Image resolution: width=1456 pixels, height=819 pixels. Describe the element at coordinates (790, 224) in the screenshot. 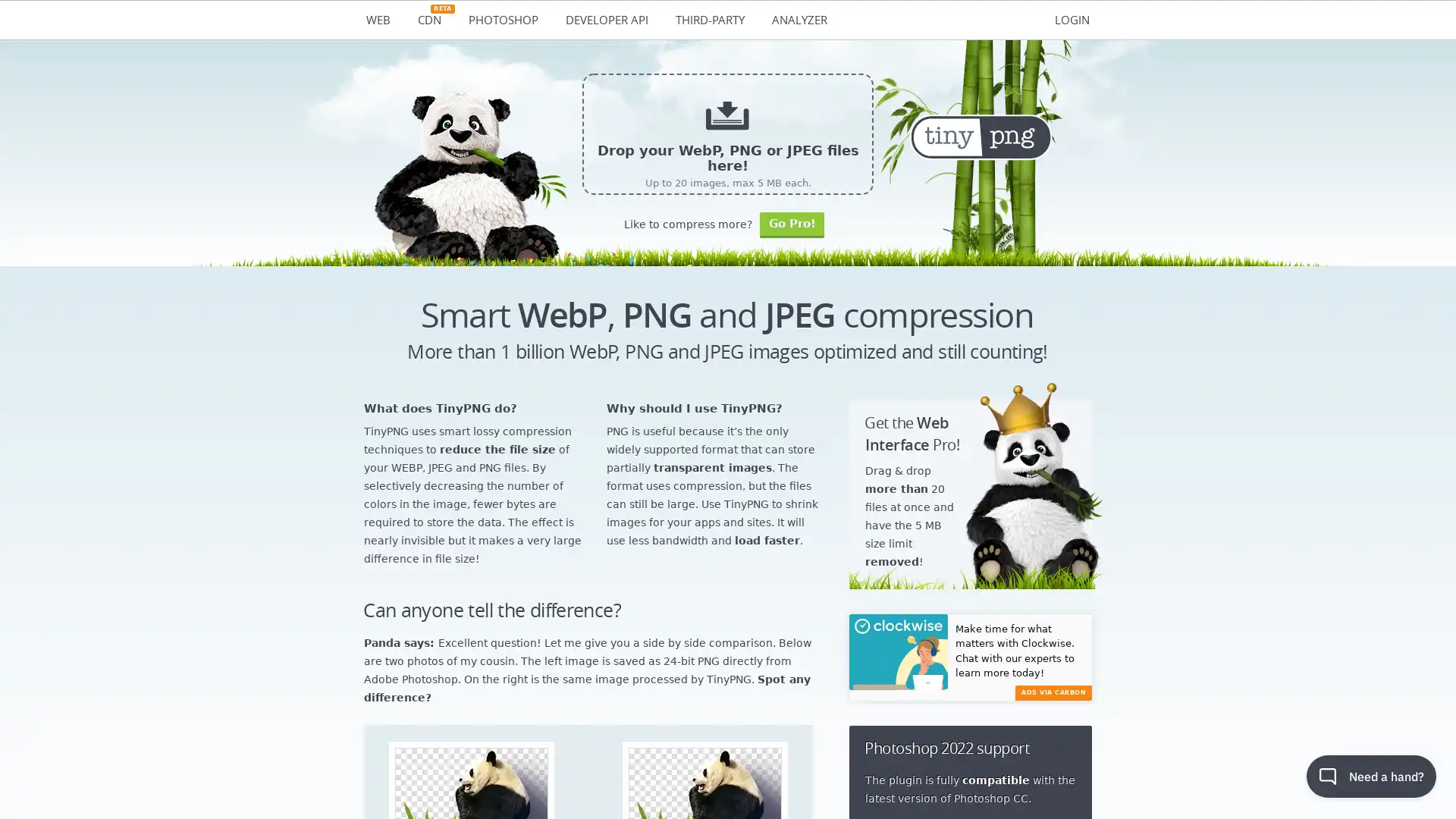

I see `Go Pro!` at that location.